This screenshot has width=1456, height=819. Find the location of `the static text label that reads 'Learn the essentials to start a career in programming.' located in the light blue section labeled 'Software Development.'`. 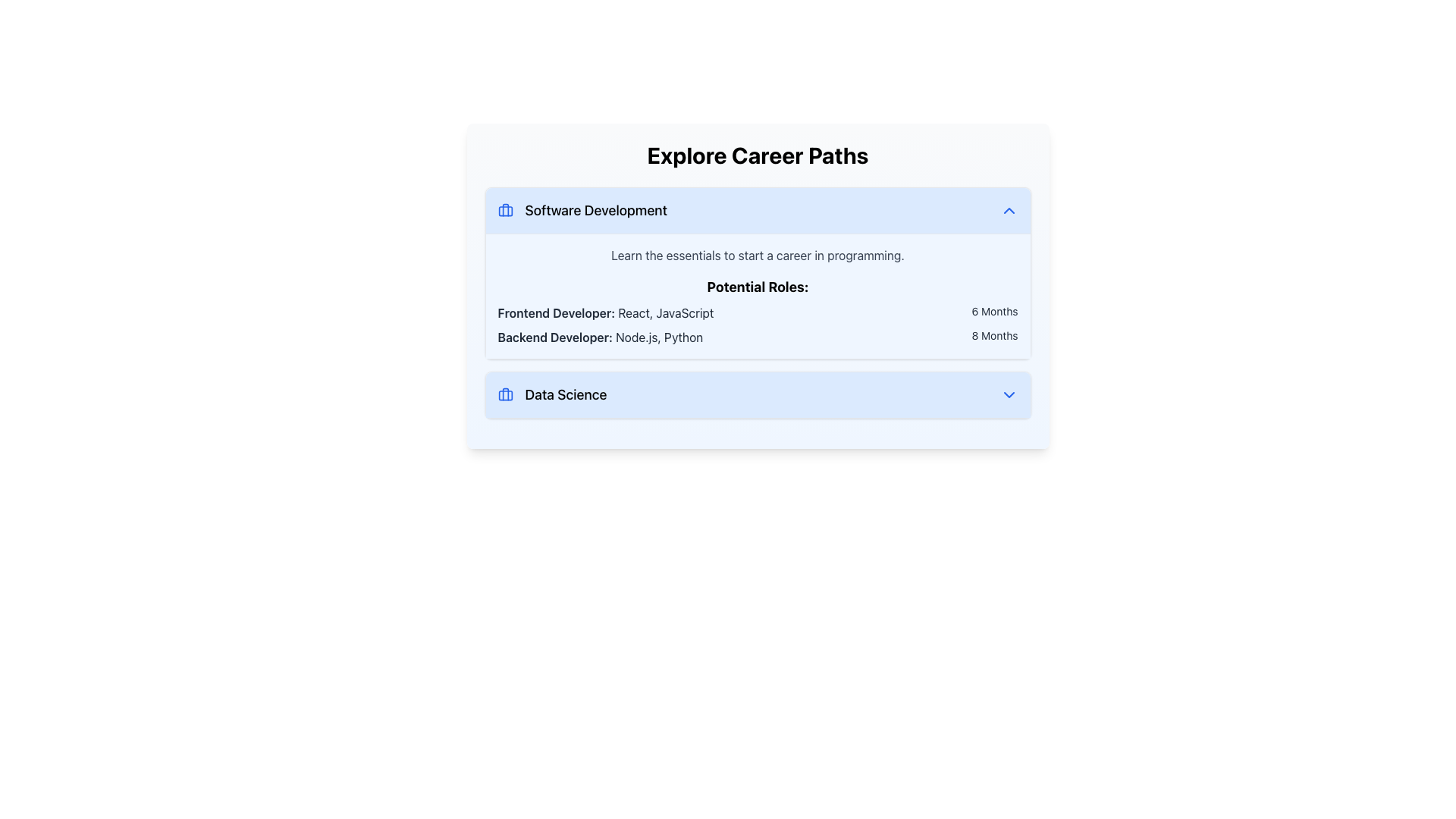

the static text label that reads 'Learn the essentials to start a career in programming.' located in the light blue section labeled 'Software Development.' is located at coordinates (758, 254).